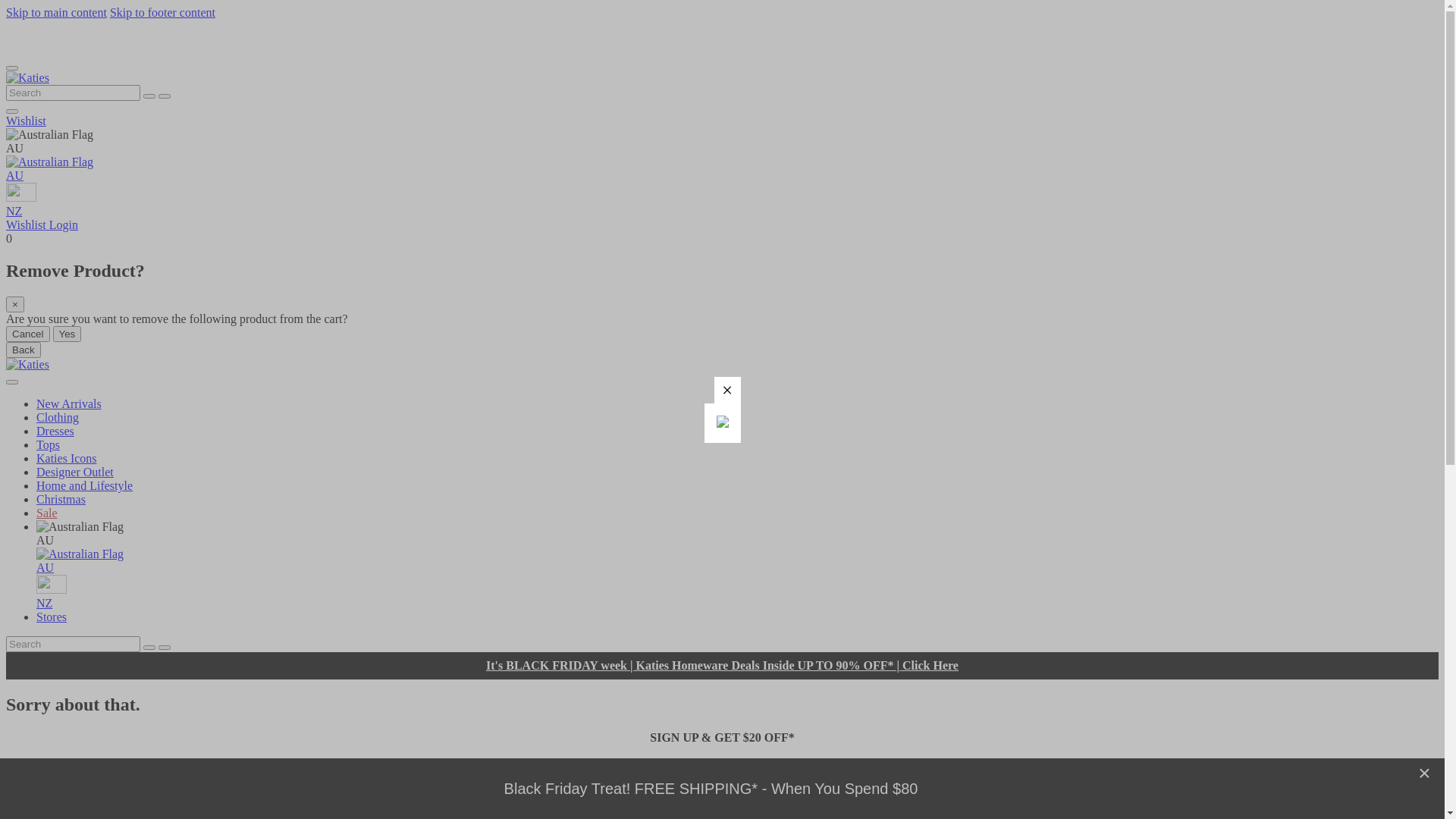 The image size is (1456, 819). What do you see at coordinates (51, 617) in the screenshot?
I see `'Stores'` at bounding box center [51, 617].